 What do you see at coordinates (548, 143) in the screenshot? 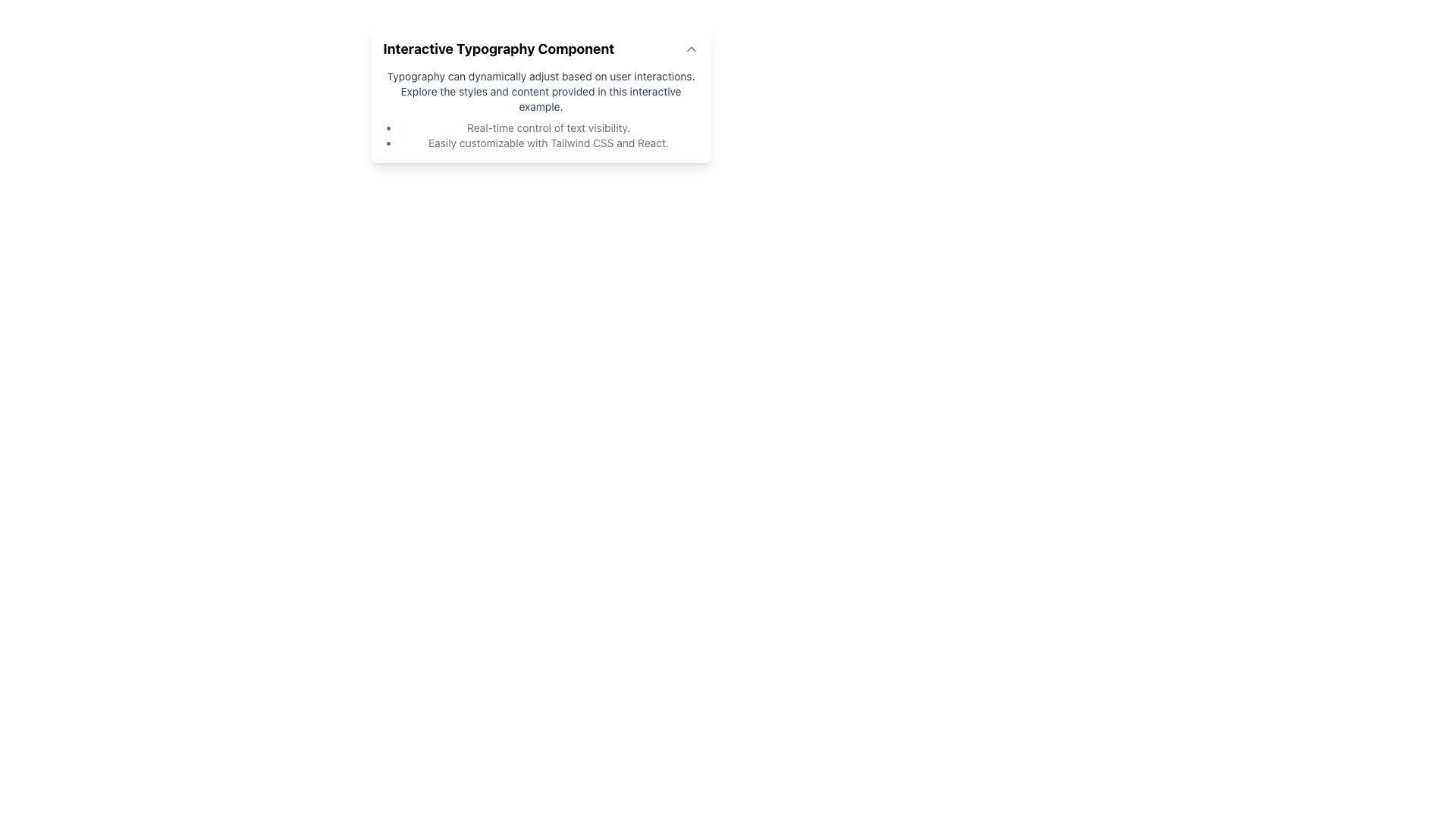
I see `descriptive text element that emphasizes the ease of customization with Tailwind CSS and React, which is the second item in a bulleted list following 'Real-time control of text visibility.'` at bounding box center [548, 143].